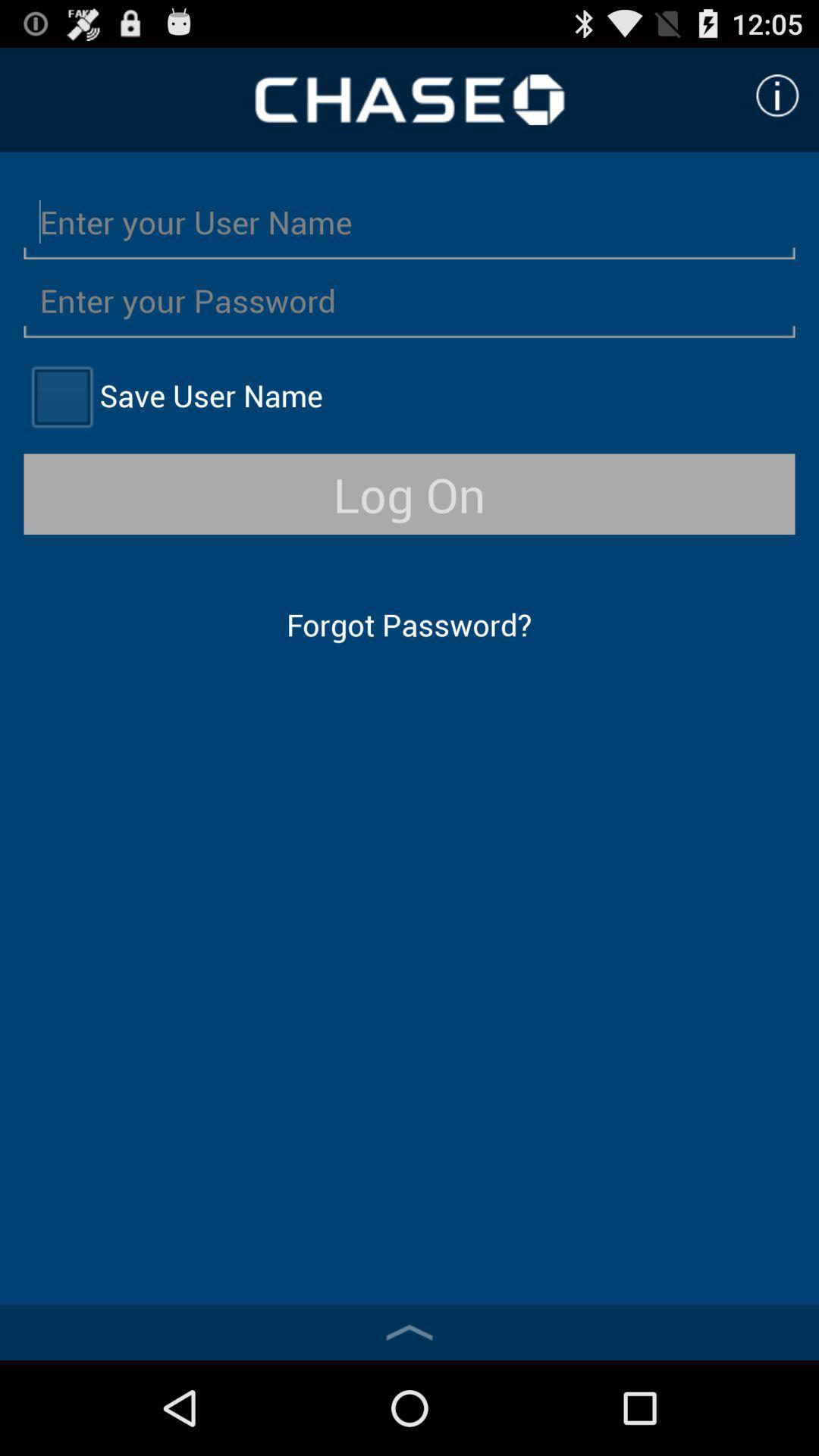  What do you see at coordinates (409, 221) in the screenshot?
I see `your user name` at bounding box center [409, 221].